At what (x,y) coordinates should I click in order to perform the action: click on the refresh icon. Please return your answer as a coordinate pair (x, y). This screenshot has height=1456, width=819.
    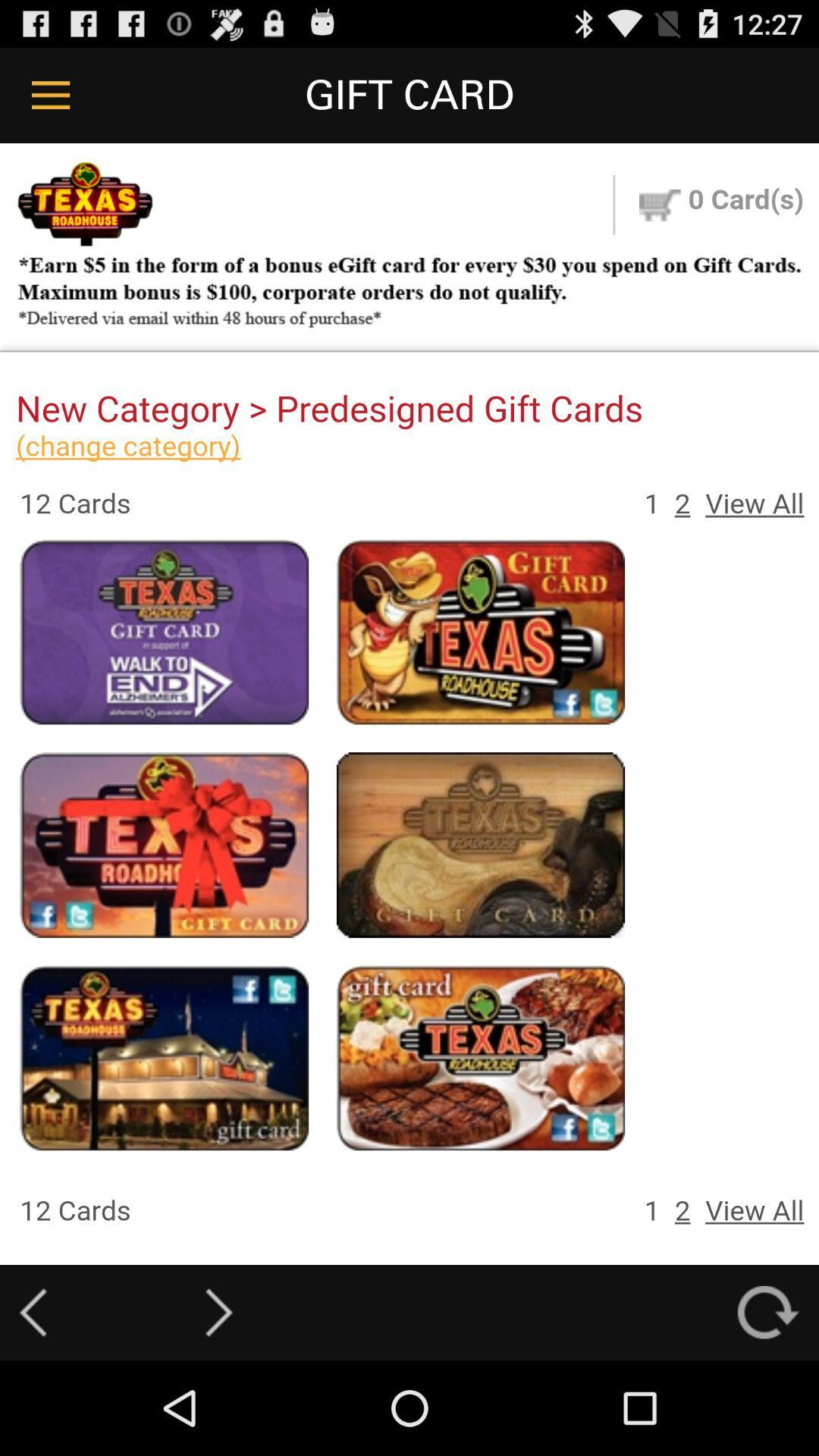
    Looking at the image, I should click on (767, 1404).